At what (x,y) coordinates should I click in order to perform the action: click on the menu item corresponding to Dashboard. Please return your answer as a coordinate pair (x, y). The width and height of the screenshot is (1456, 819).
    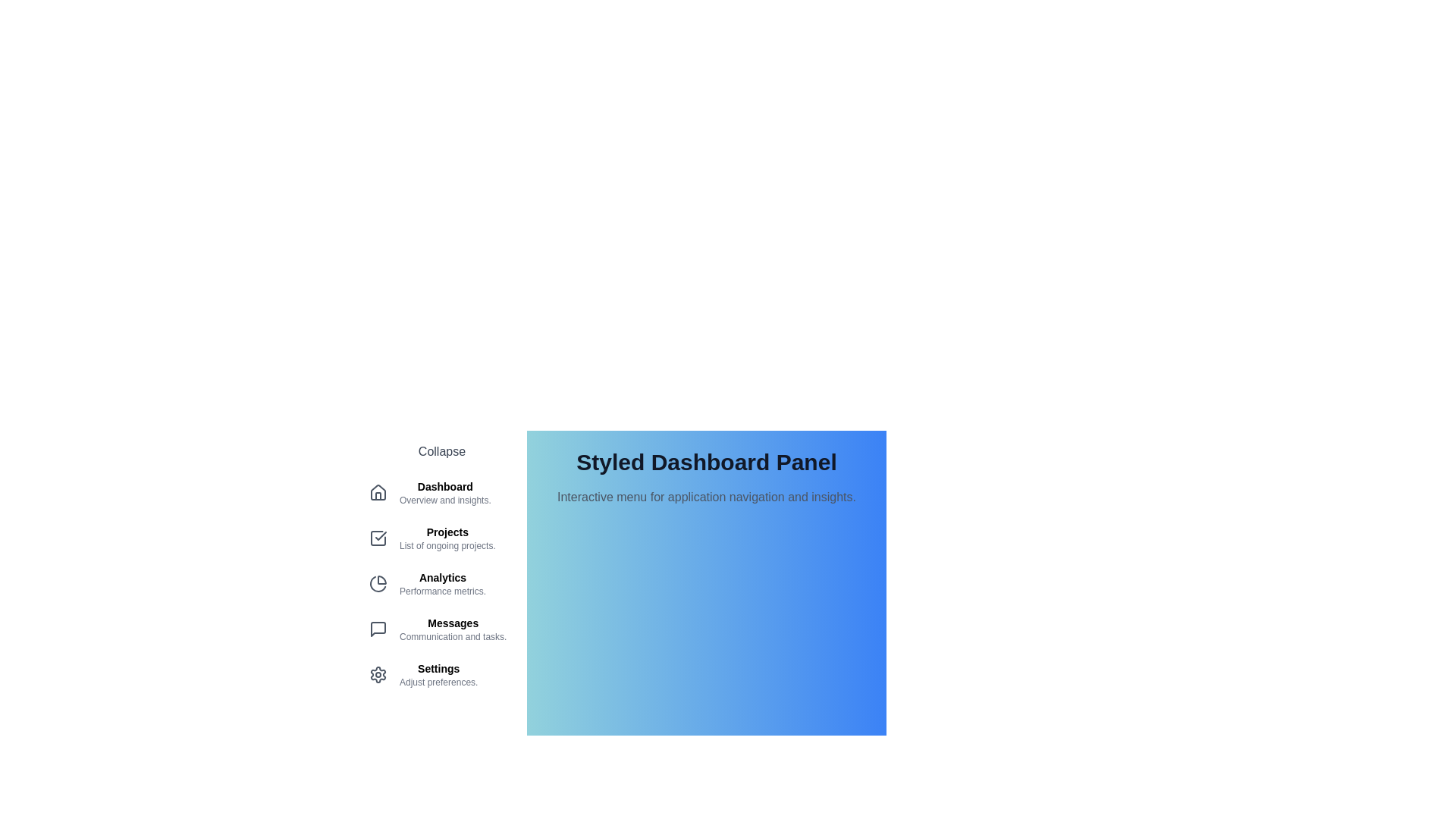
    Looking at the image, I should click on (441, 493).